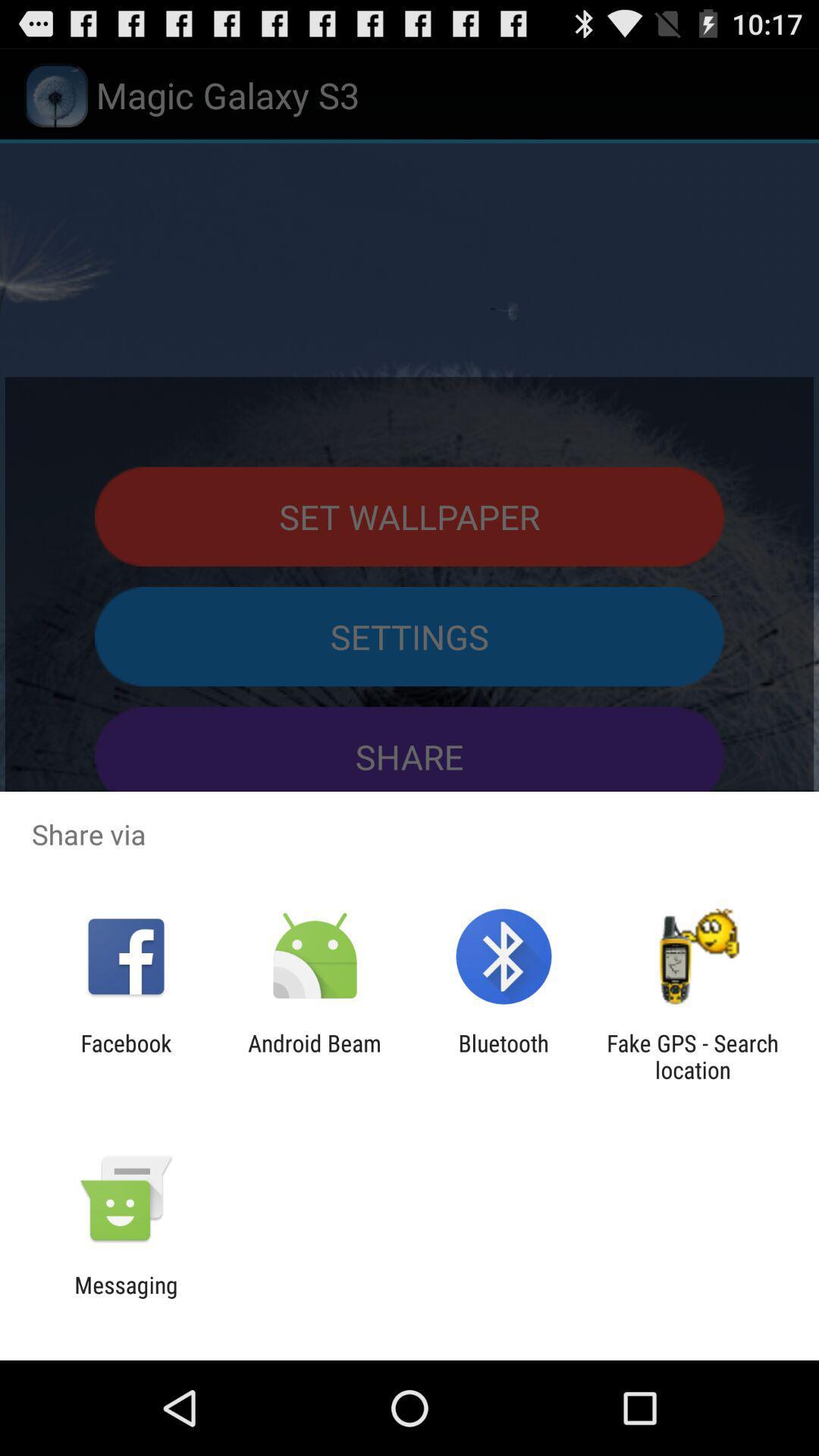 Image resolution: width=819 pixels, height=1456 pixels. What do you see at coordinates (504, 1056) in the screenshot?
I see `the bluetooth app` at bounding box center [504, 1056].